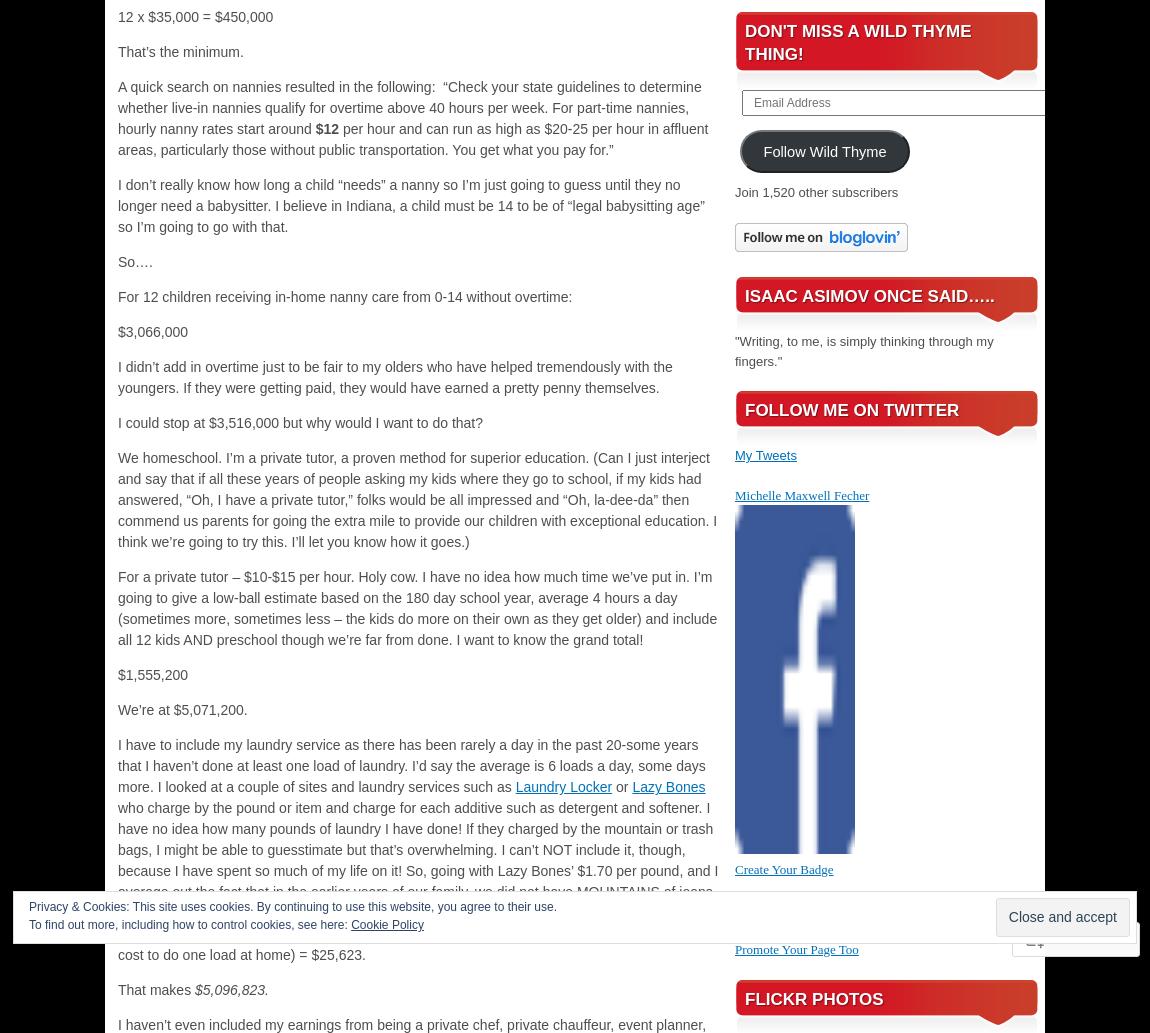  Describe the element at coordinates (179, 51) in the screenshot. I see `'That’s the minimum.'` at that location.